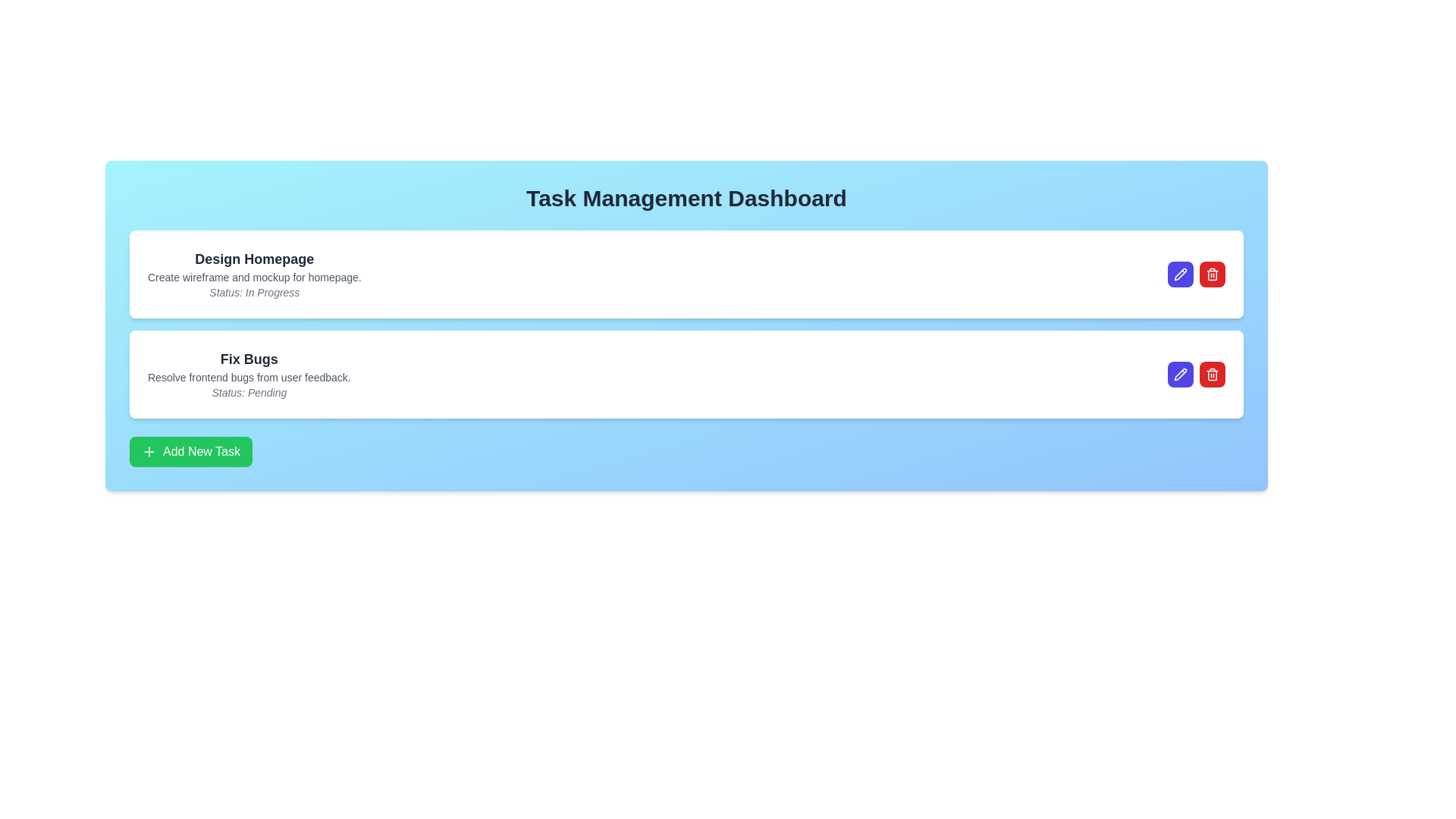  What do you see at coordinates (1196, 275) in the screenshot?
I see `the buttons in the horizontal control panel located at the right side of the 'Design Homepage' task item` at bounding box center [1196, 275].